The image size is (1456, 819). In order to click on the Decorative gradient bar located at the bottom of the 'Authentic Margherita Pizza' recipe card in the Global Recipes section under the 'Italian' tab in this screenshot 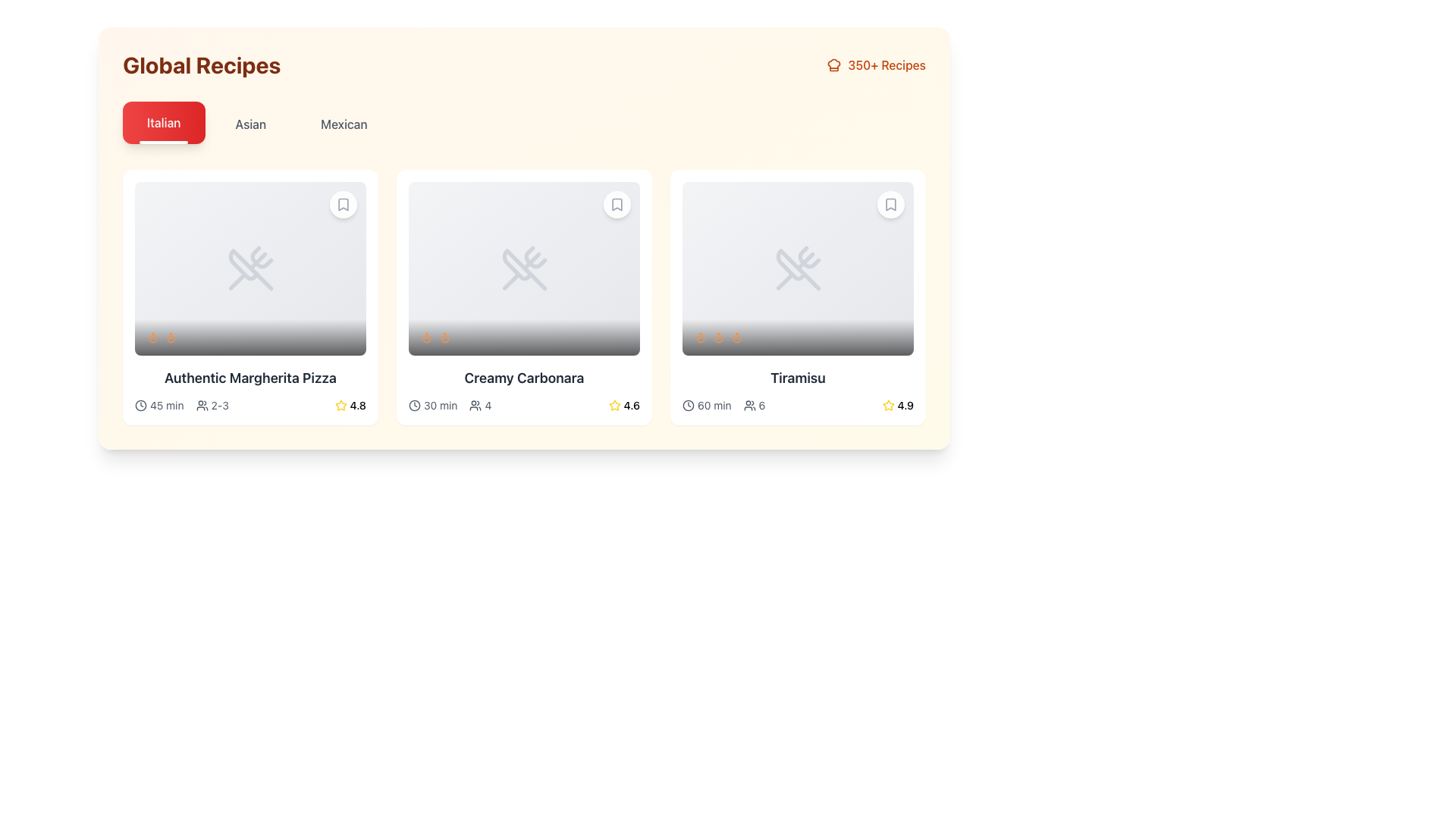, I will do `click(250, 336)`.